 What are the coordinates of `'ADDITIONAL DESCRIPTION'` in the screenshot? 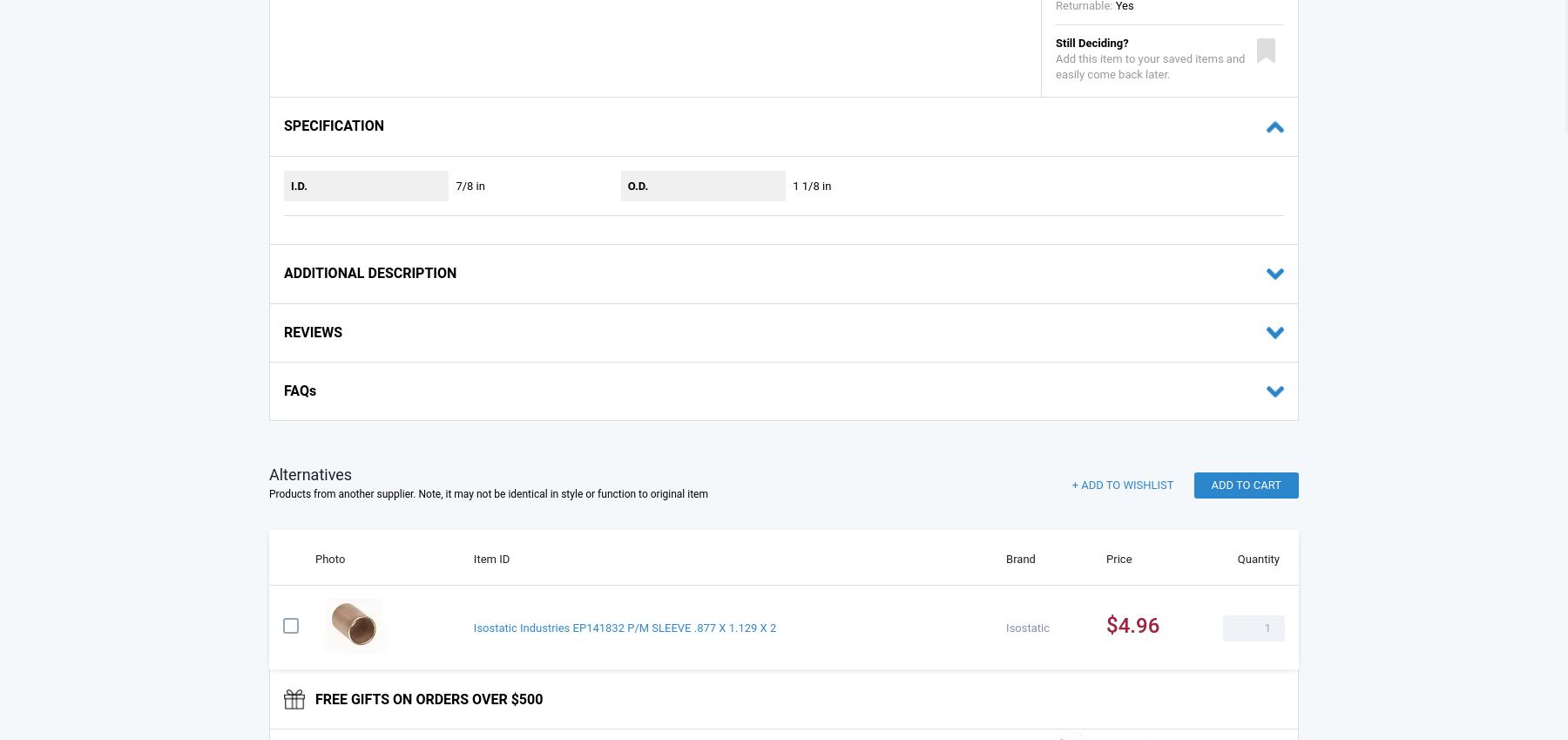 It's located at (369, 272).